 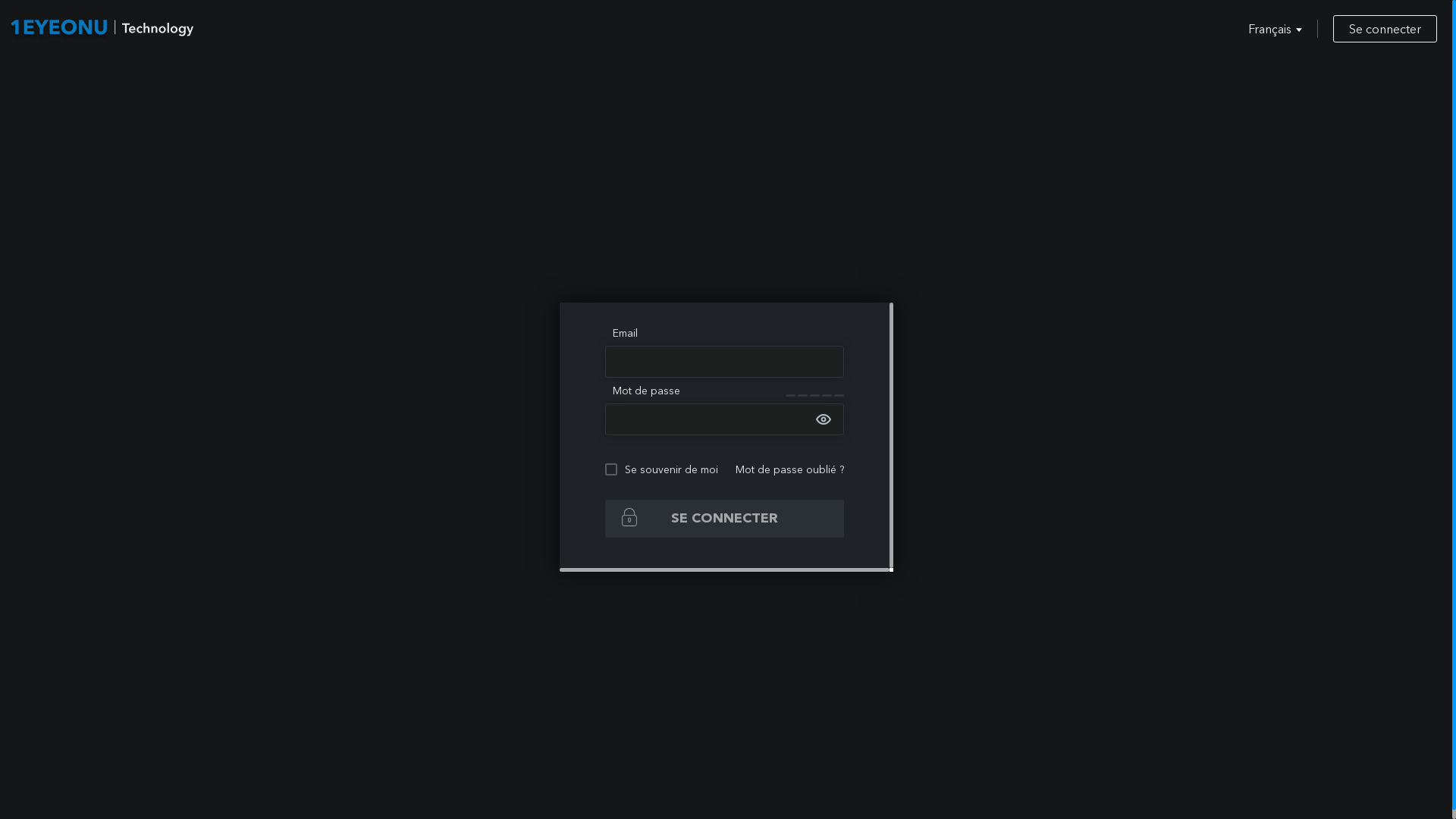 What do you see at coordinates (1385, 29) in the screenshot?
I see `'Se connecter'` at bounding box center [1385, 29].